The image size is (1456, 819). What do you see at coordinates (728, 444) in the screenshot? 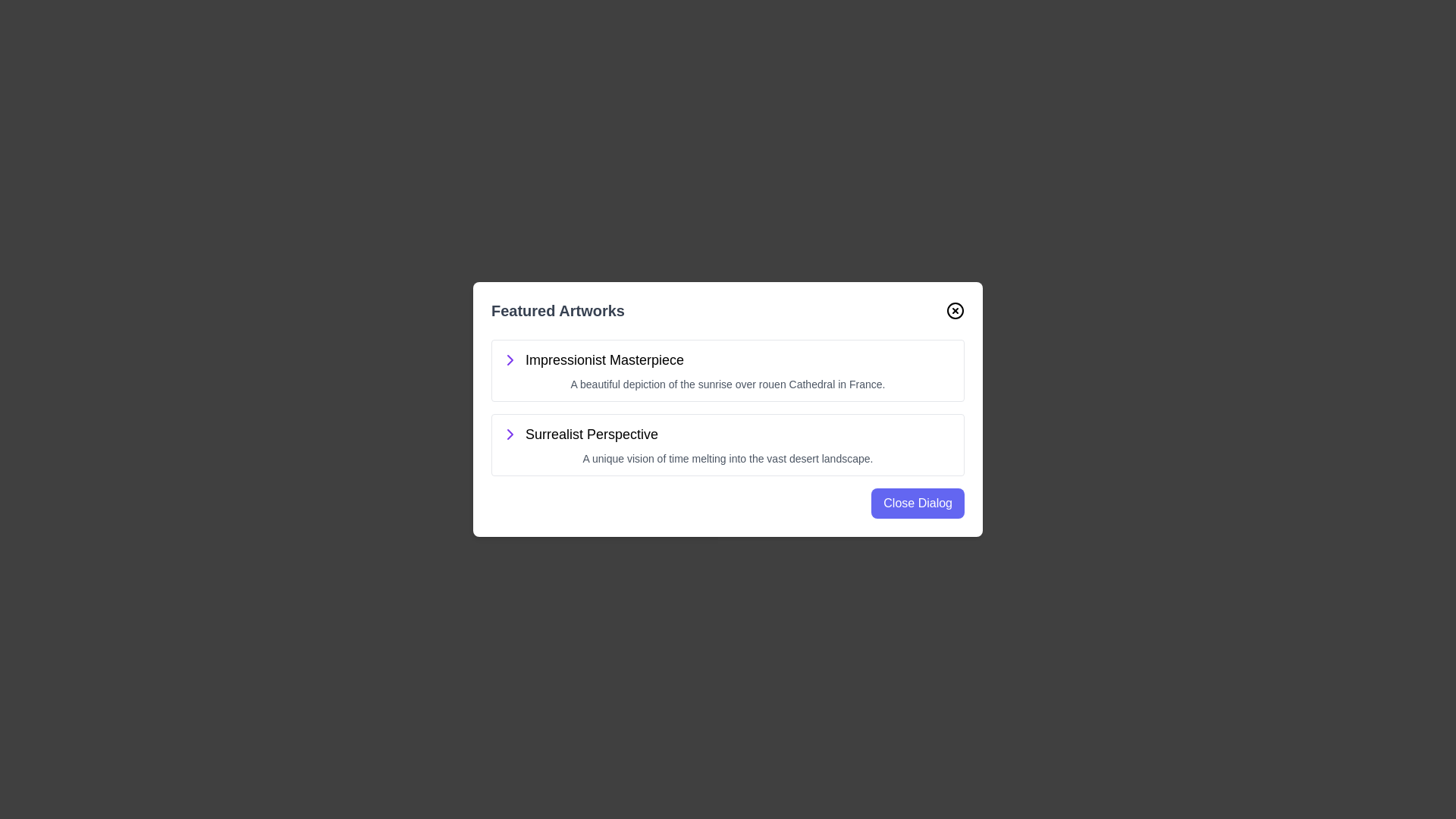
I see `the artwork item titled Surrealist Perspective` at bounding box center [728, 444].